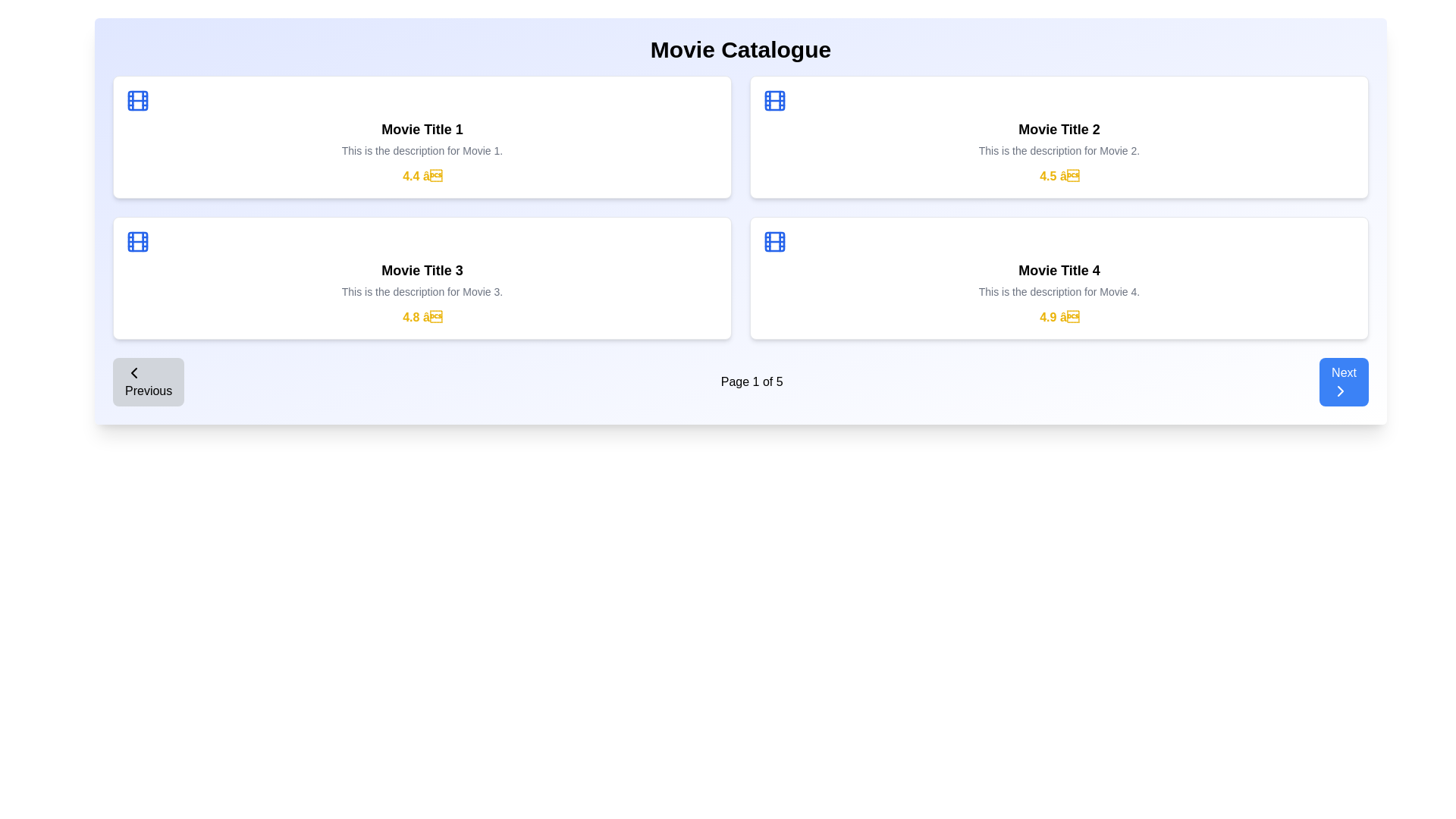 The image size is (1456, 819). What do you see at coordinates (422, 278) in the screenshot?
I see `the interactive presentation card displaying information about 'Movie Title 3', located in the third slot of the grid layout` at bounding box center [422, 278].